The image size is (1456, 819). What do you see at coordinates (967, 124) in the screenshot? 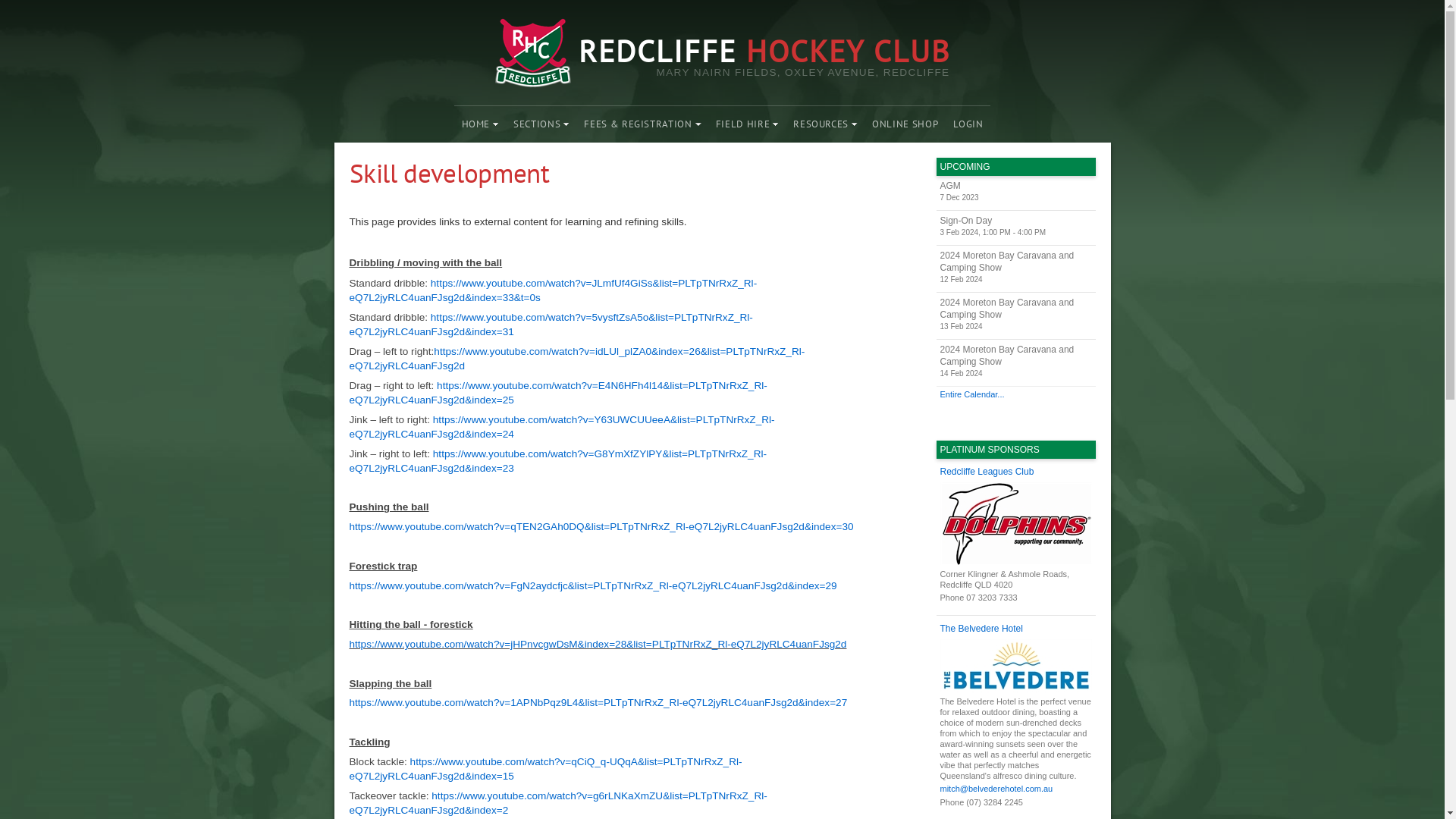
I see `'LOGIN'` at bounding box center [967, 124].